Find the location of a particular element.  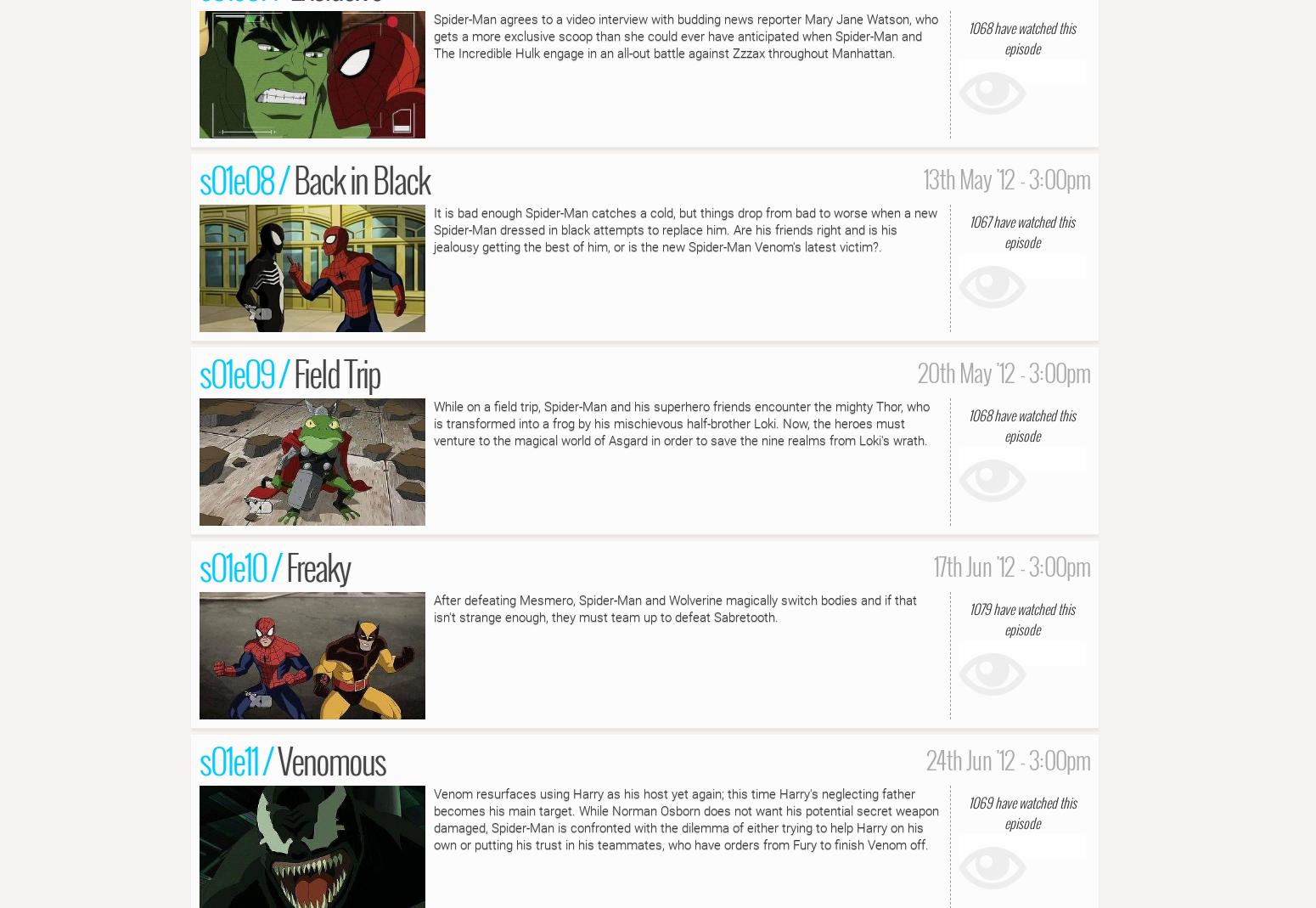

'Venom resurfaces using Harry as his host yet again; this time Harry's neglecting father becomes his main target. While Norman Osborn does not want his potential secret weapon damaged, Spider-Man is confronted with the dilemma of either trying to help Harry on his own or putting his trust in his teammates, who have orders from Fury to finish Venom off.' is located at coordinates (433, 819).